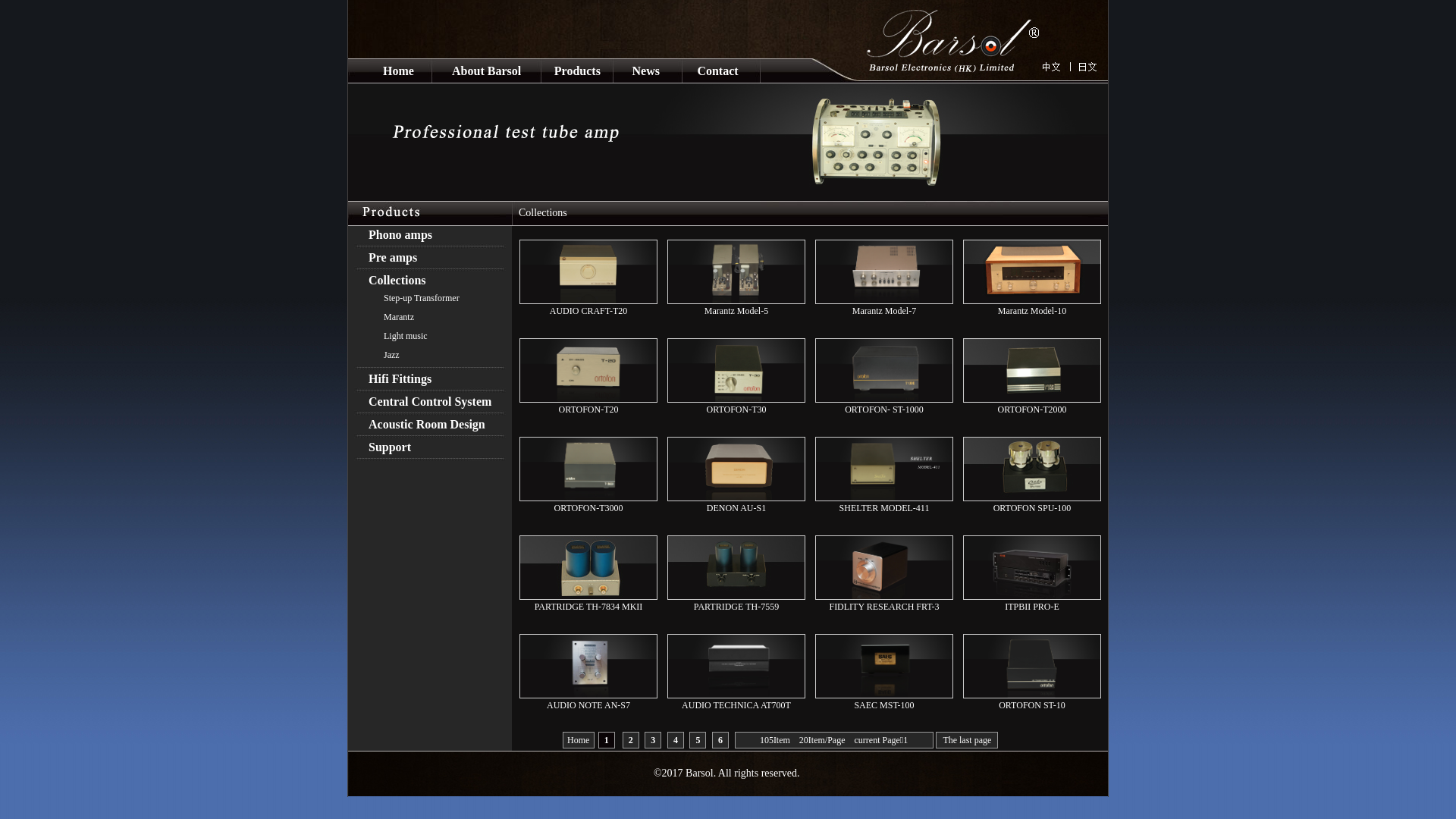  Describe the element at coordinates (736, 605) in the screenshot. I see `'PARTRIDGE TH-7559'` at that location.